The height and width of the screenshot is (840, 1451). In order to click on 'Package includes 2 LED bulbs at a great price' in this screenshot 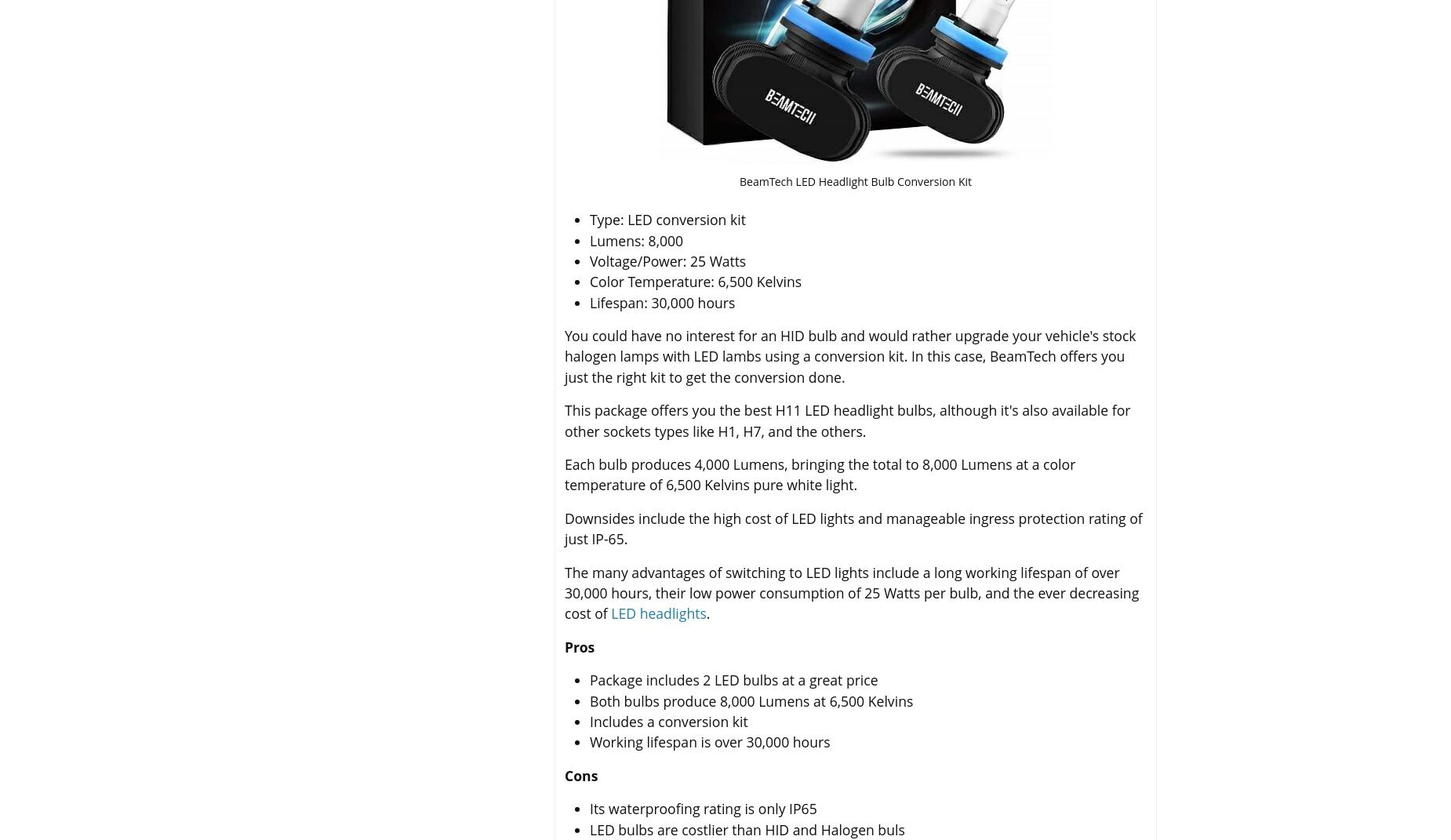, I will do `click(733, 679)`.